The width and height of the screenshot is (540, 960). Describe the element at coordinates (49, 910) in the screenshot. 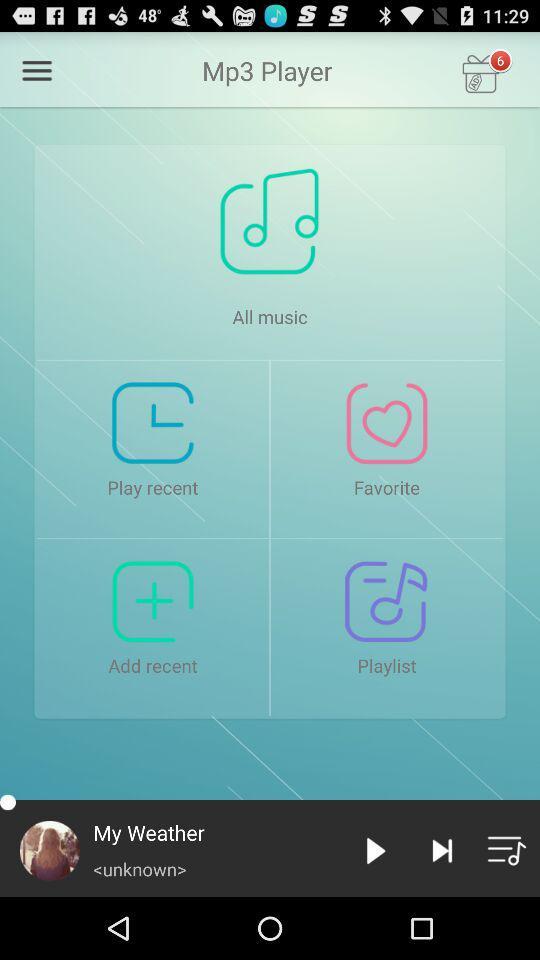

I see `the avatar icon` at that location.